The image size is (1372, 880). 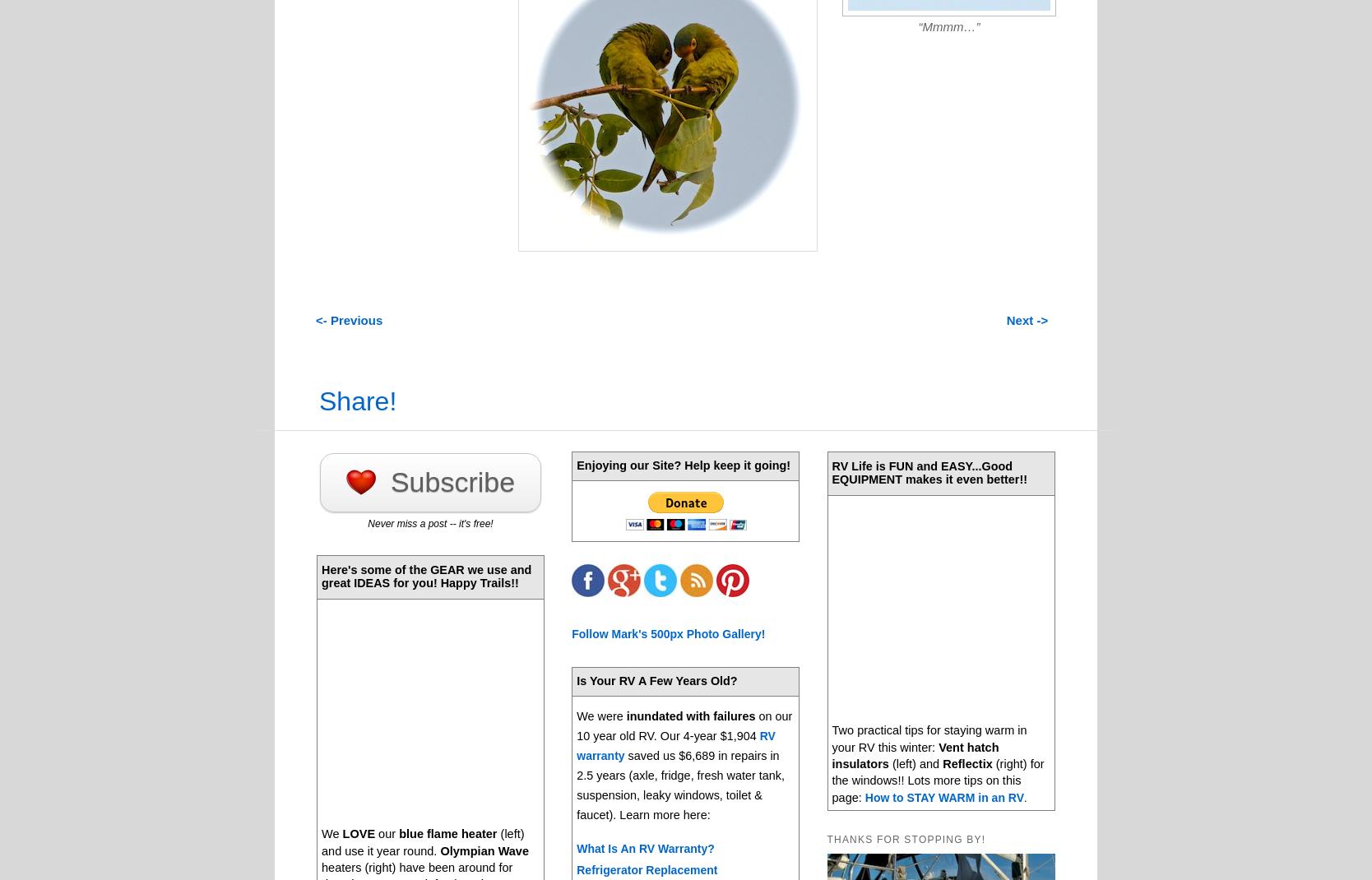 What do you see at coordinates (938, 779) in the screenshot?
I see `'(right) for the windows!! Lots more tips on this page:'` at bounding box center [938, 779].